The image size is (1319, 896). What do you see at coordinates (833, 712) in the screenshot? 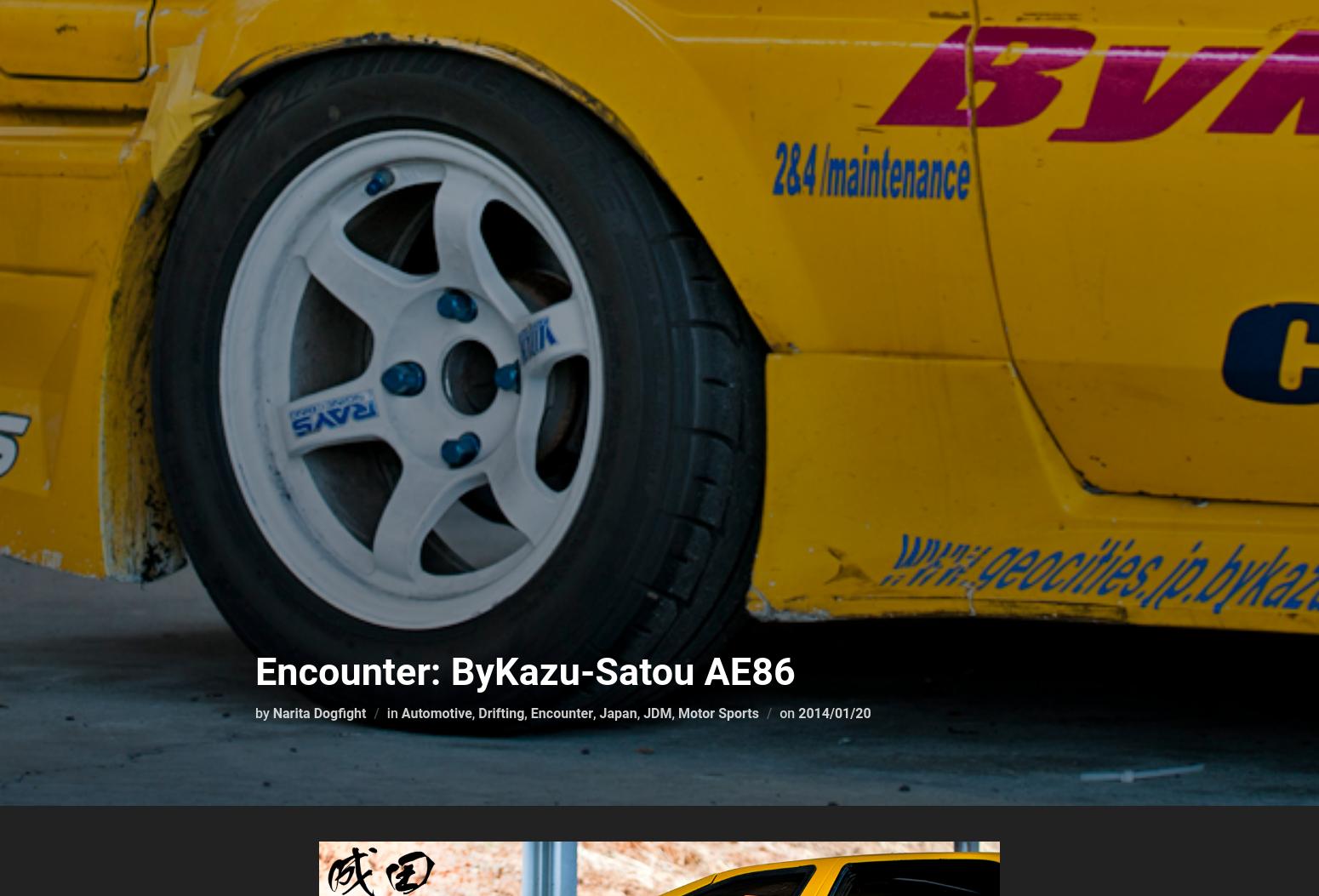
I see `'2014/01/20'` at bounding box center [833, 712].